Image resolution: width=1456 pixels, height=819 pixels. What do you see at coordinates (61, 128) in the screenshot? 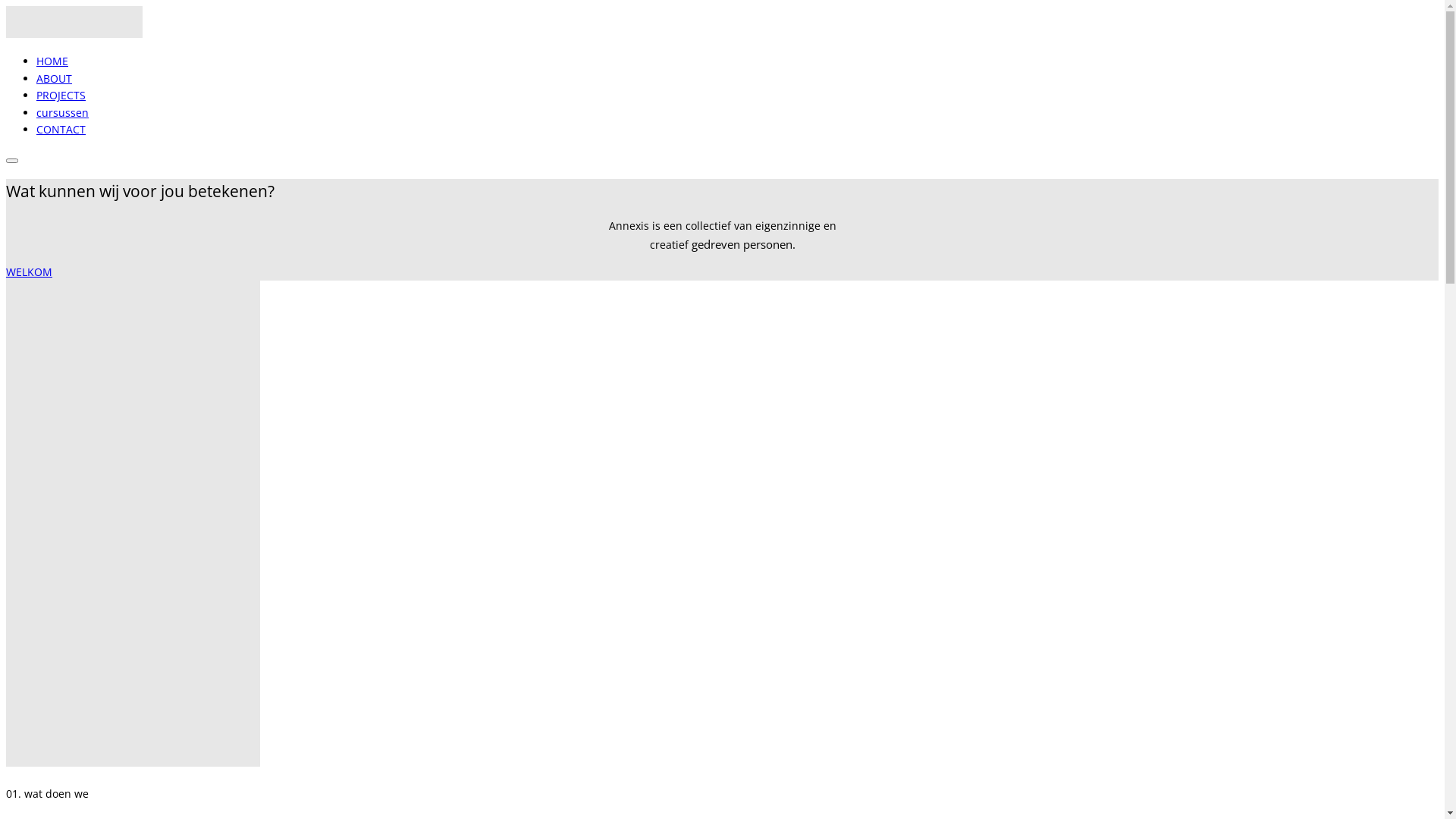
I see `'CONTACT'` at bounding box center [61, 128].